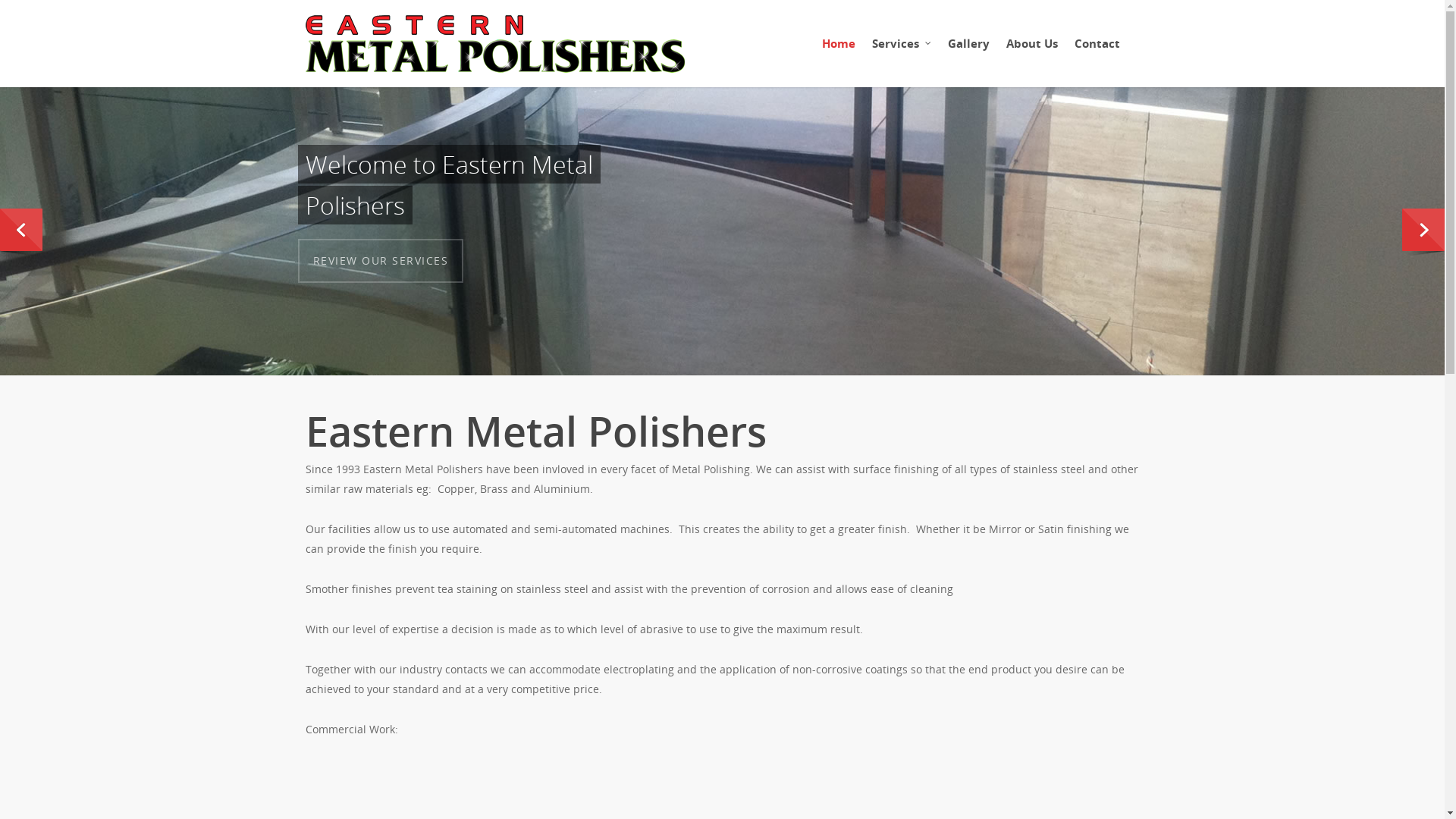 The width and height of the screenshot is (1456, 819). Describe the element at coordinates (1096, 50) in the screenshot. I see `'Contact'` at that location.